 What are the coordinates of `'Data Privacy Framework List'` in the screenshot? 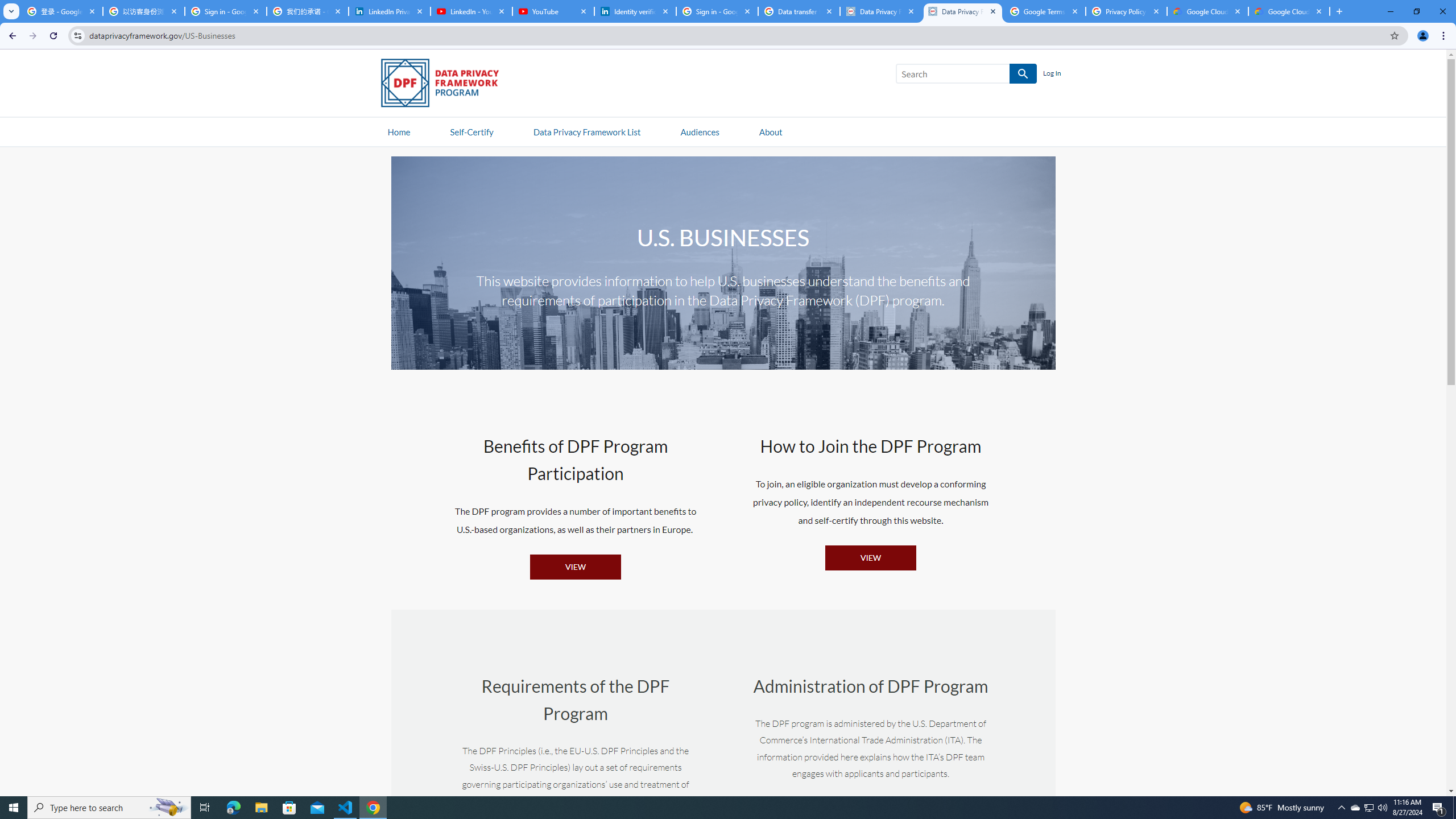 It's located at (586, 131).